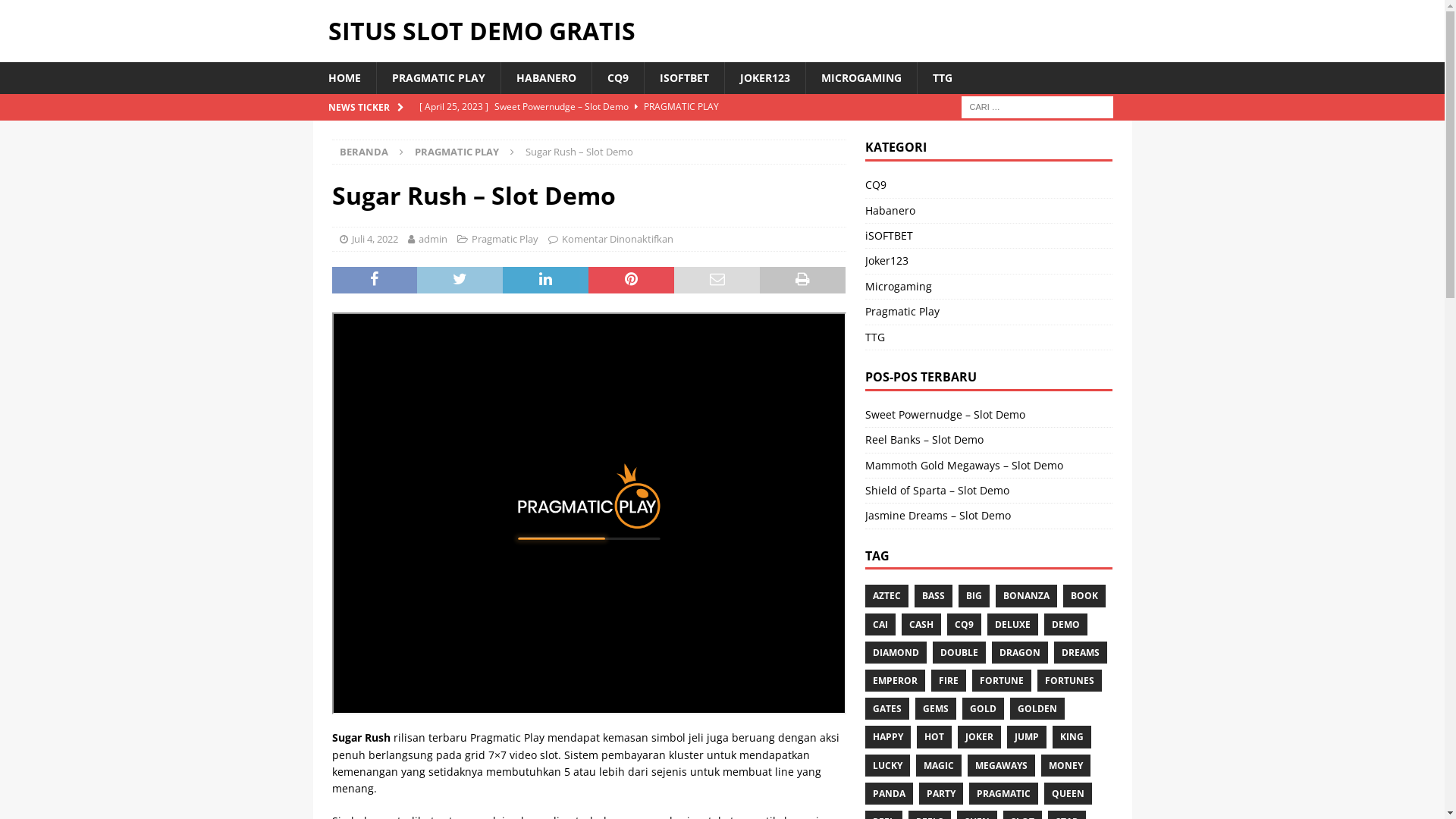 The image size is (1456, 819). Describe the element at coordinates (643, 78) in the screenshot. I see `'ISOFTBET'` at that location.